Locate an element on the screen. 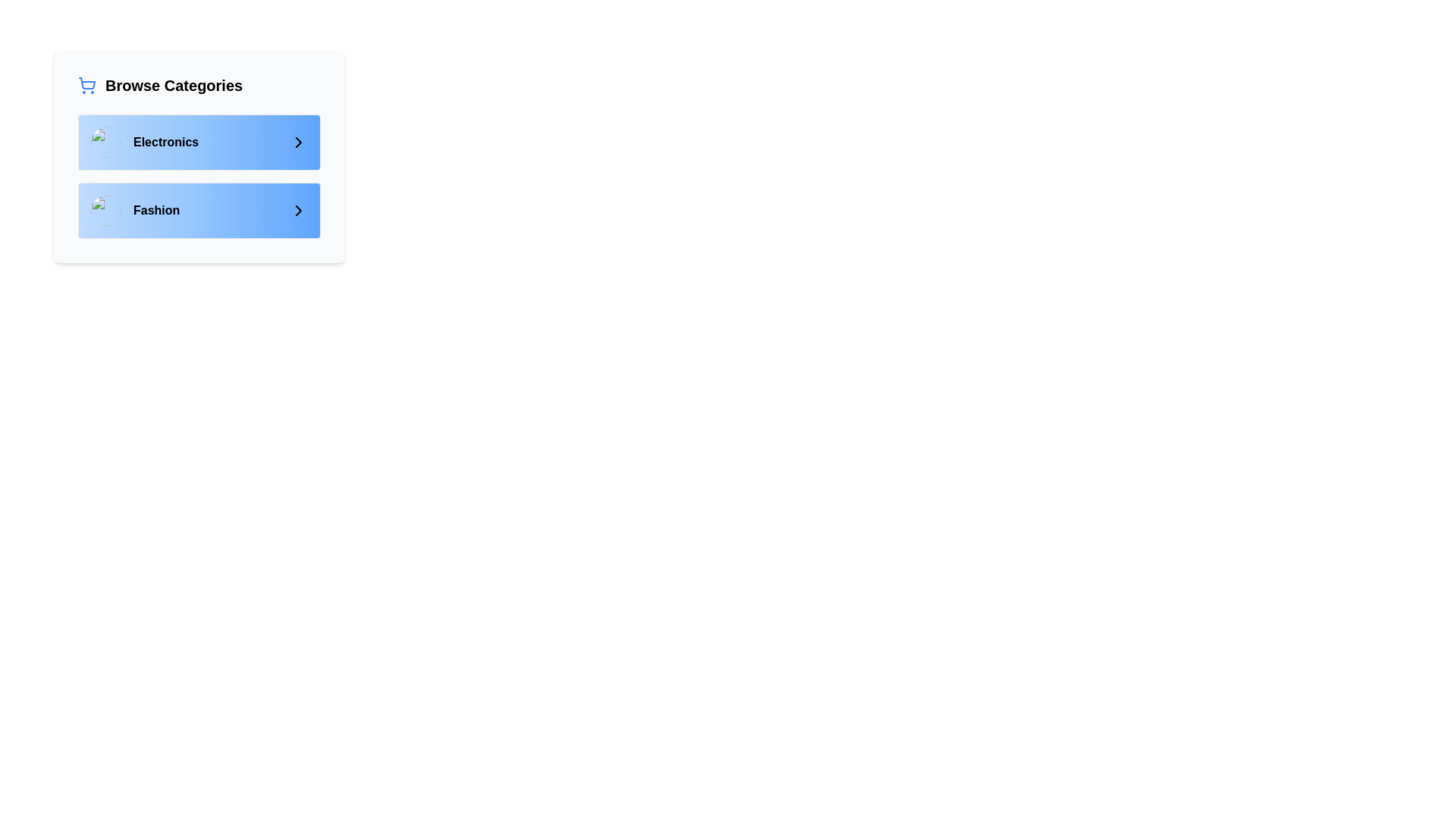 The image size is (1456, 819). the blue shopping cart icon located to the left of the 'Browse Categories' text is located at coordinates (86, 85).